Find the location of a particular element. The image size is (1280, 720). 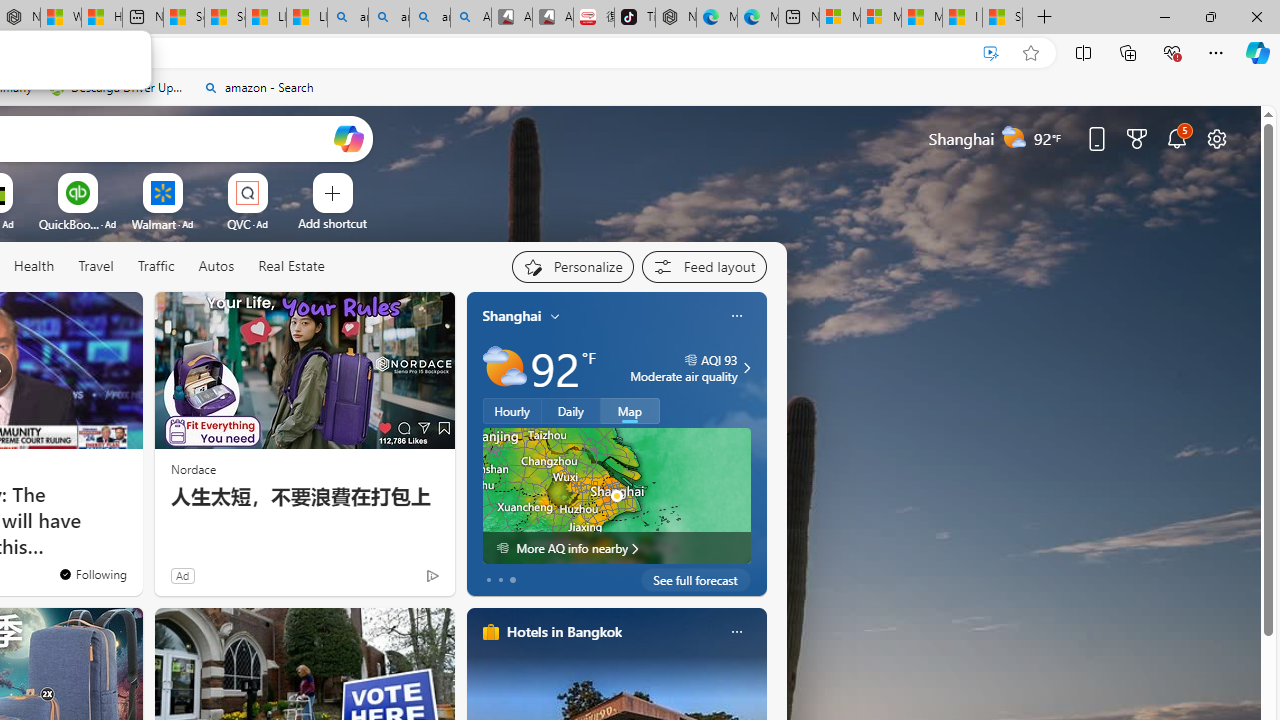

'Shanghai' is located at coordinates (512, 315).